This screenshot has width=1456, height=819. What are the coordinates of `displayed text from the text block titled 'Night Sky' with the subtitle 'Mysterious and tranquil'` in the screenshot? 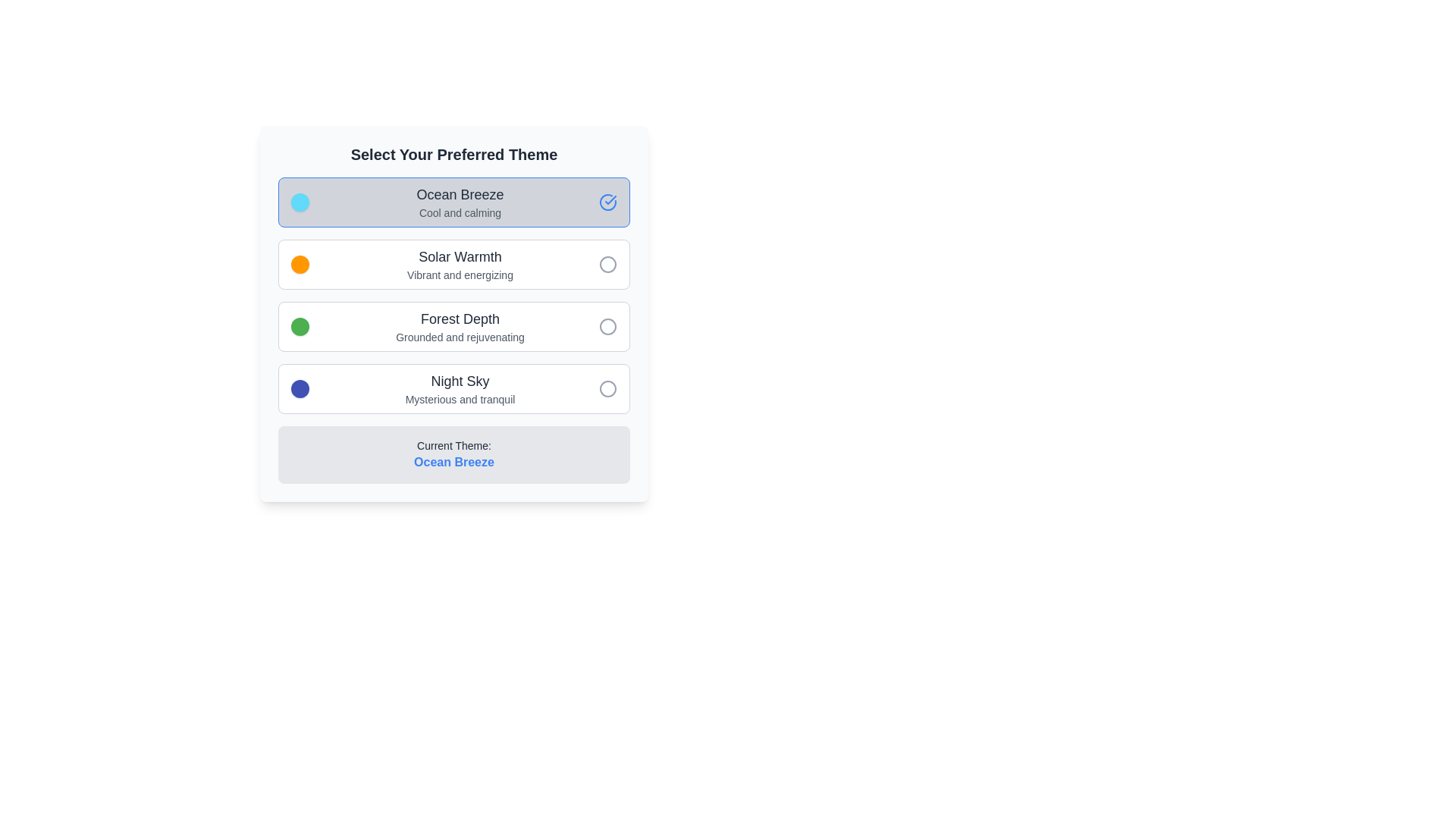 It's located at (459, 388).